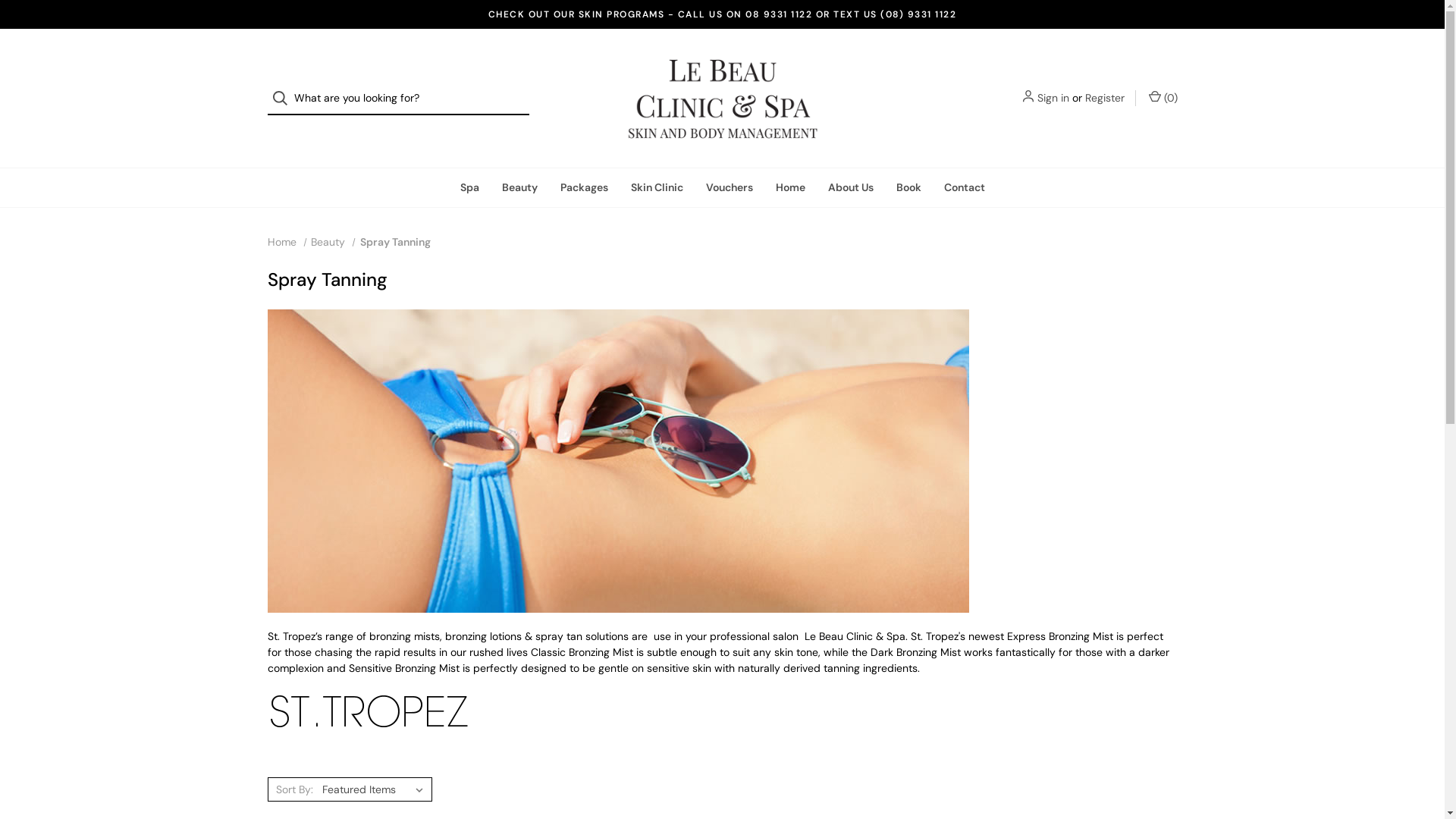 Image resolution: width=1456 pixels, height=819 pixels. I want to click on 'Spa', so click(469, 187).